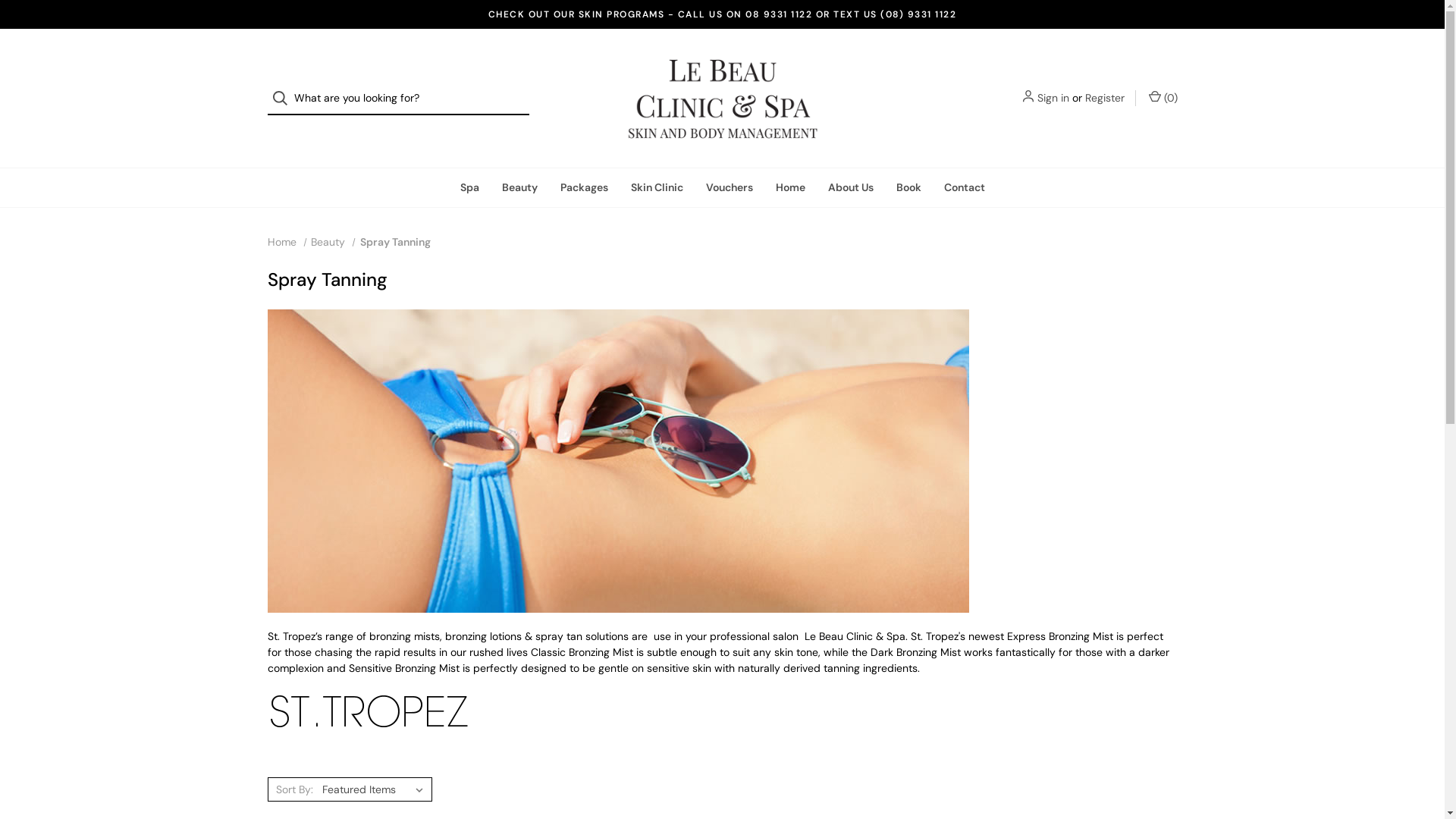 Image resolution: width=1456 pixels, height=819 pixels. I want to click on 'Spa', so click(469, 187).